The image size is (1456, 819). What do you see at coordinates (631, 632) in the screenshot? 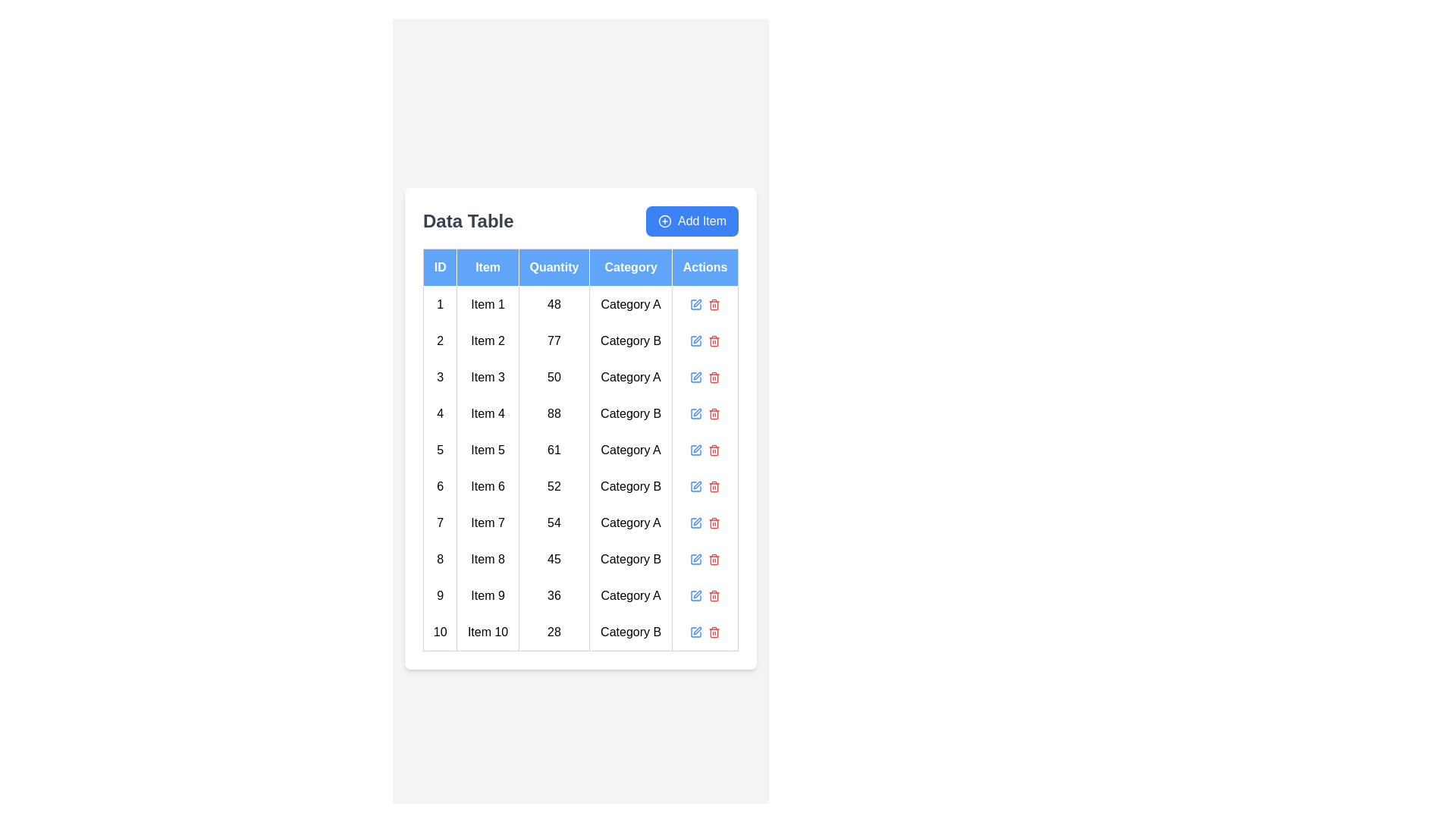
I see `the text label displaying 'Category B' located in the last row of the table under the 'Category' column` at bounding box center [631, 632].